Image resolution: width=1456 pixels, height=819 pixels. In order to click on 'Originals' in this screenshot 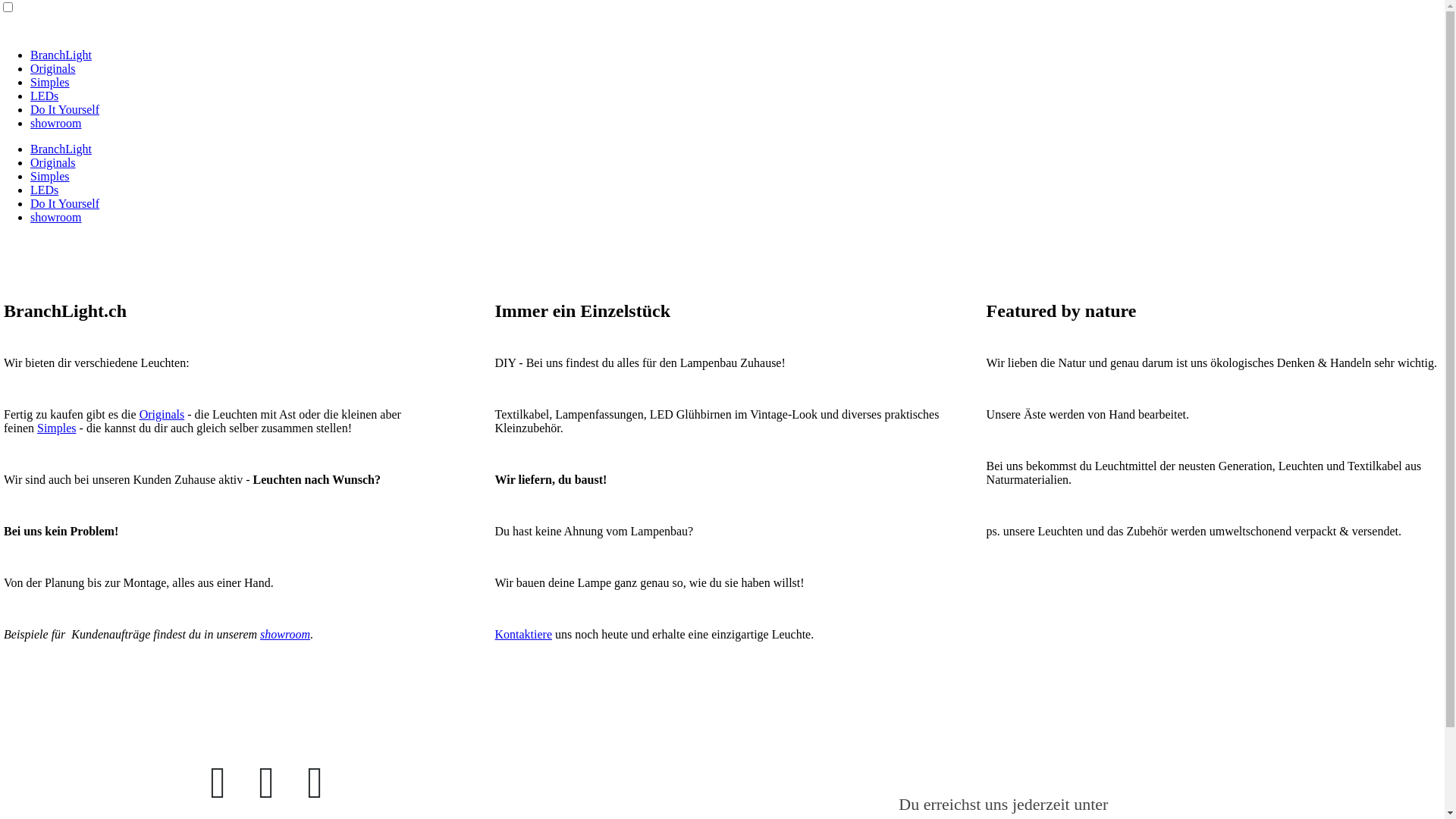, I will do `click(53, 162)`.